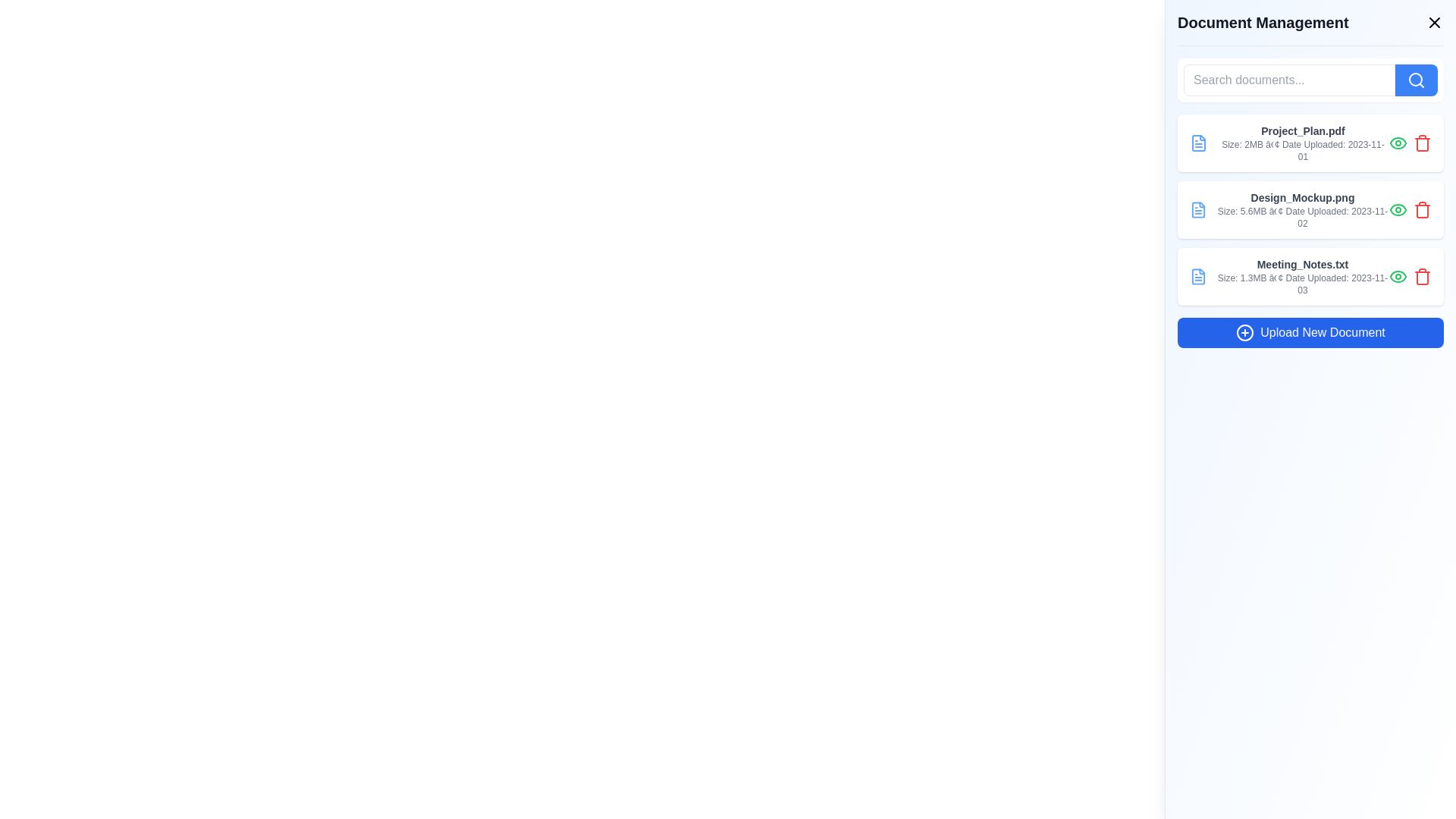 The width and height of the screenshot is (1456, 819). What do you see at coordinates (1197, 277) in the screenshot?
I see `the icon representing the file type for 'Meeting_Notes.txt' in the document management interface, located to the left of the file name` at bounding box center [1197, 277].